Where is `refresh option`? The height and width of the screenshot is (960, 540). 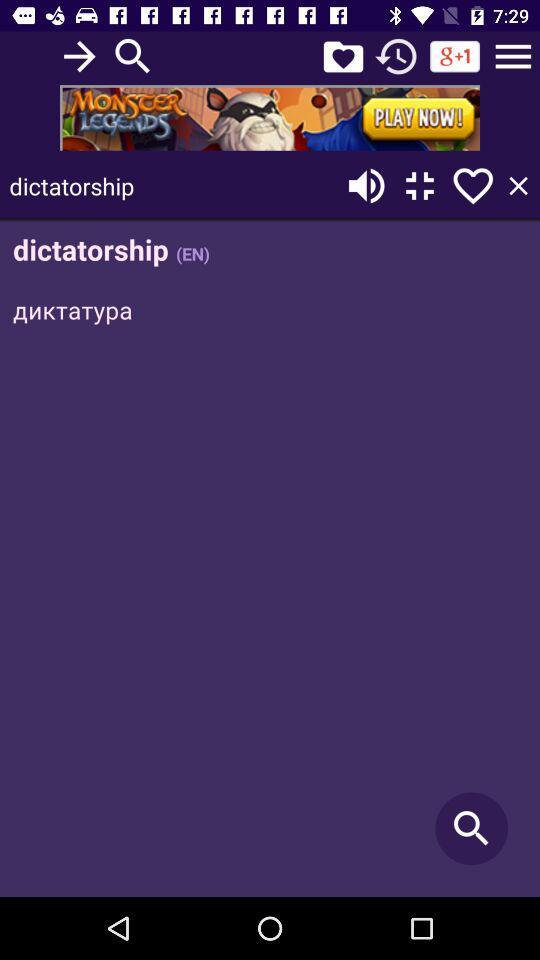 refresh option is located at coordinates (396, 55).